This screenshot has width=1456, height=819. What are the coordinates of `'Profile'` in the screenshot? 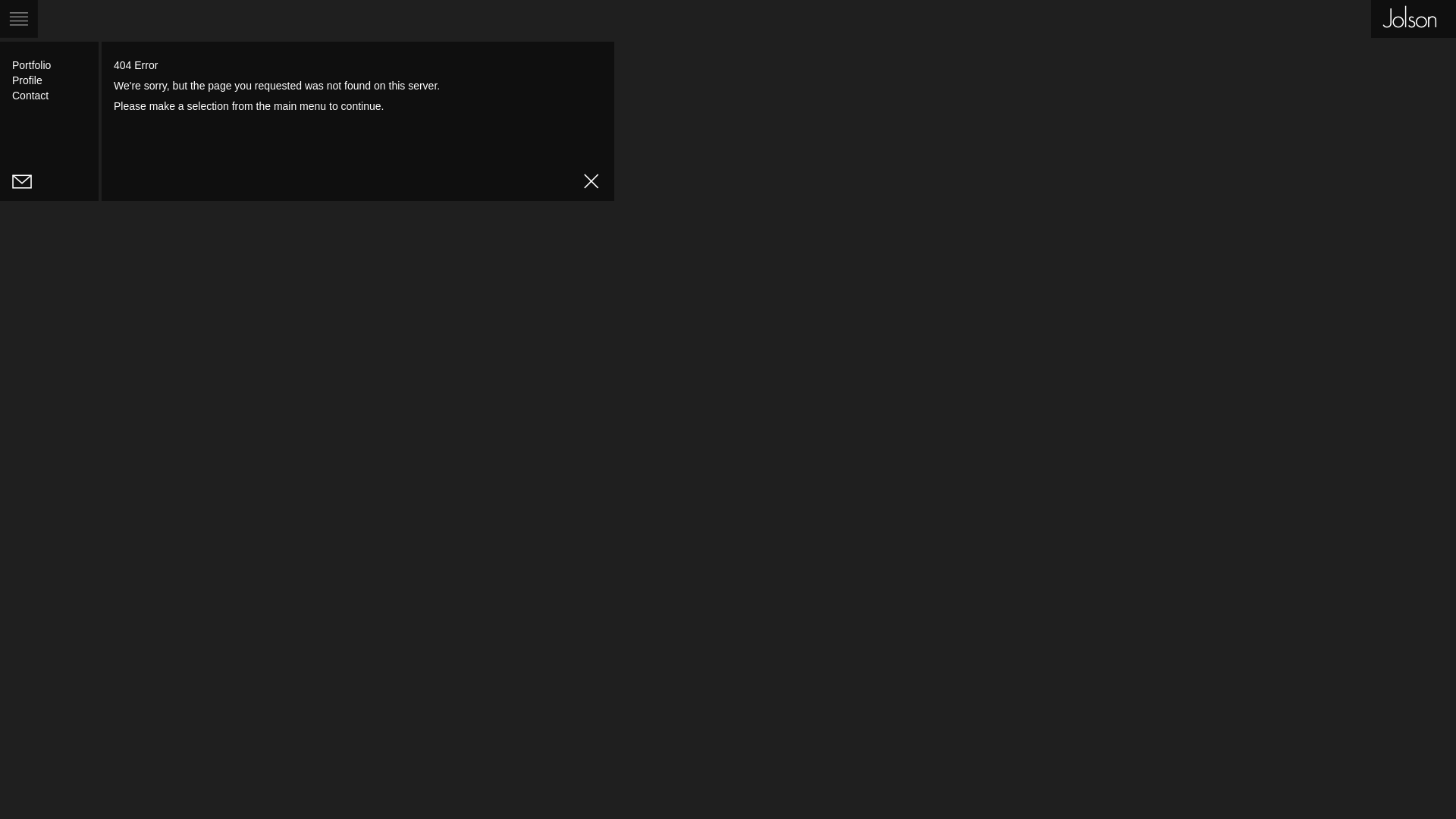 It's located at (27, 80).